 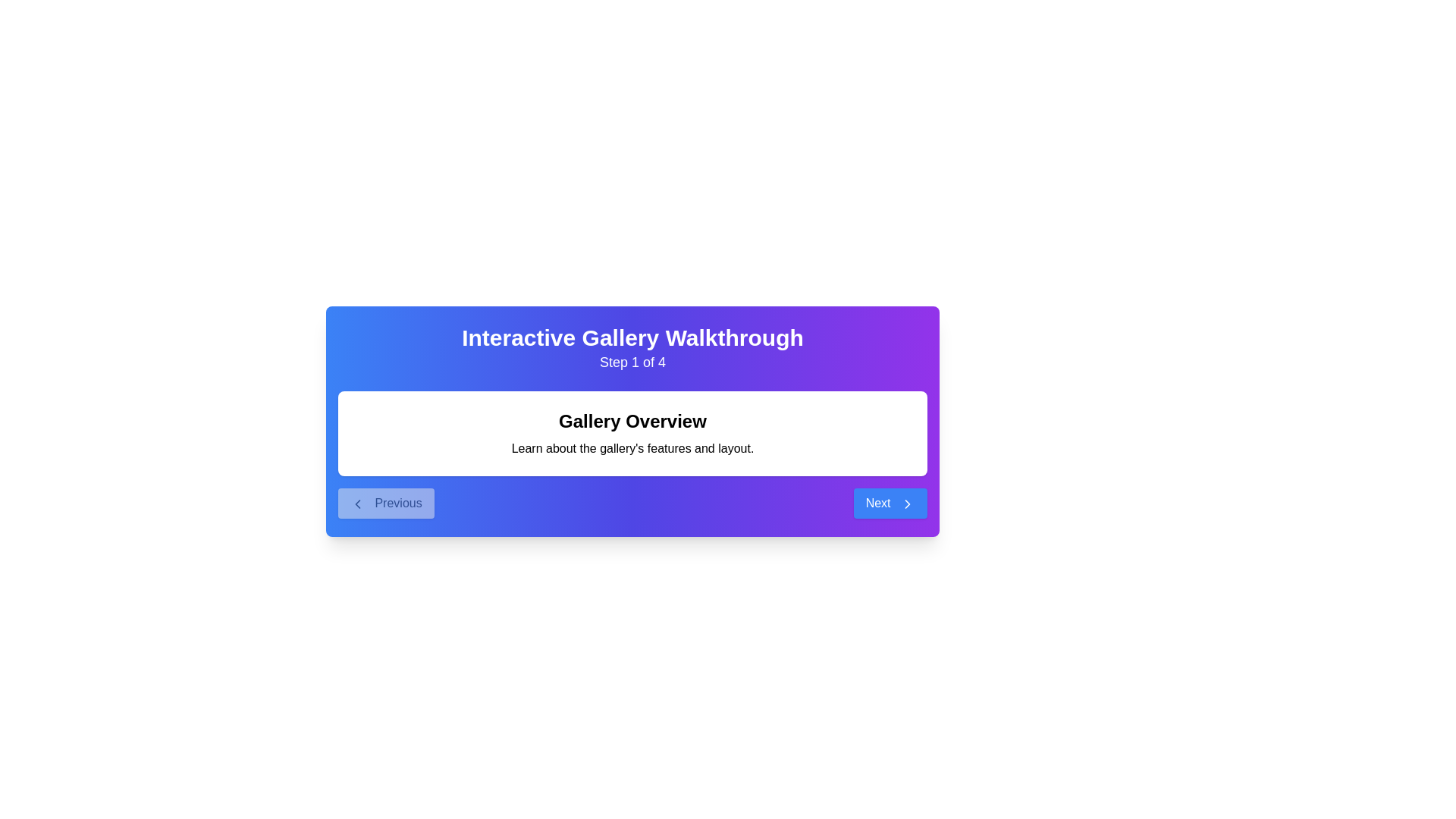 I want to click on the navigation button located on the right side of the footer navigation bar to observe visual effects, so click(x=890, y=503).